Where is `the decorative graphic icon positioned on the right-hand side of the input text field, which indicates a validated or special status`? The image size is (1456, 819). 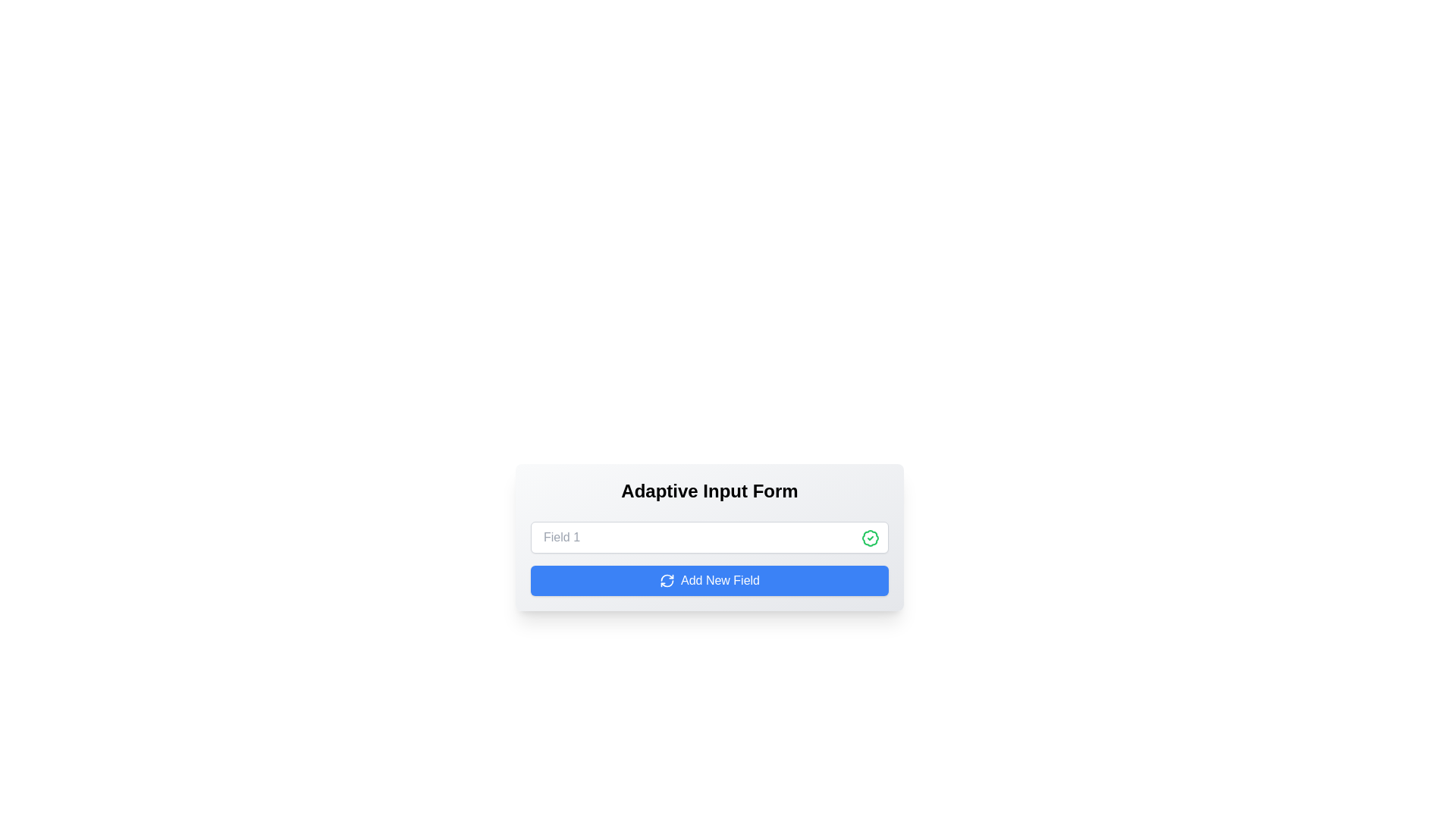 the decorative graphic icon positioned on the right-hand side of the input text field, which indicates a validated or special status is located at coordinates (870, 537).